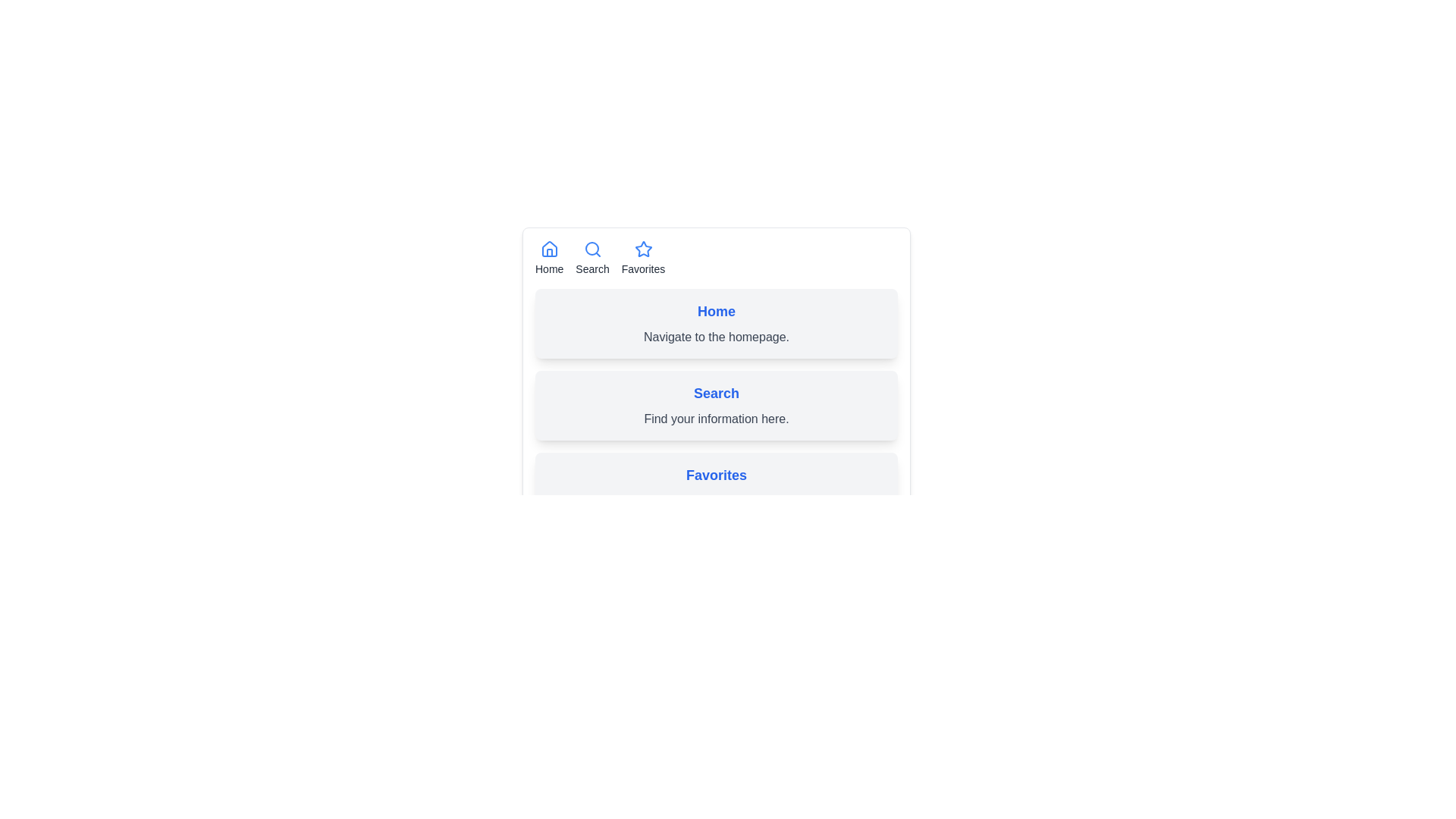 This screenshot has height=819, width=1456. I want to click on the blue star-shaped icon located in the top navigation area, which is the third item in the navigation menu, positioned between the 'Search' icon and the 'Favorites' label, so click(643, 248).